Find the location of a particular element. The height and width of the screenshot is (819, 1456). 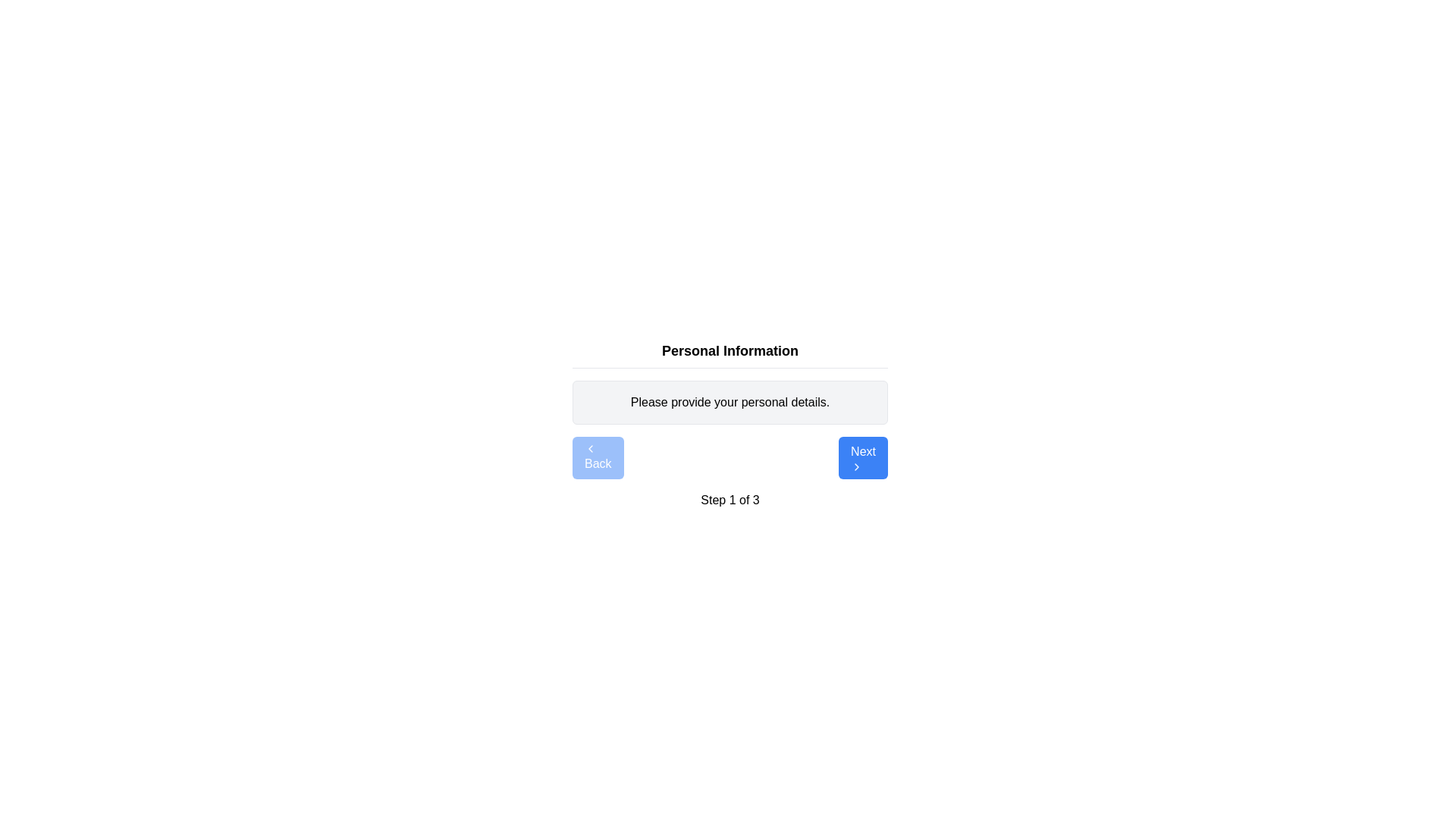

the rectangular blue button labeled 'Next' with a right-pointing chevron icon to proceed is located at coordinates (863, 457).